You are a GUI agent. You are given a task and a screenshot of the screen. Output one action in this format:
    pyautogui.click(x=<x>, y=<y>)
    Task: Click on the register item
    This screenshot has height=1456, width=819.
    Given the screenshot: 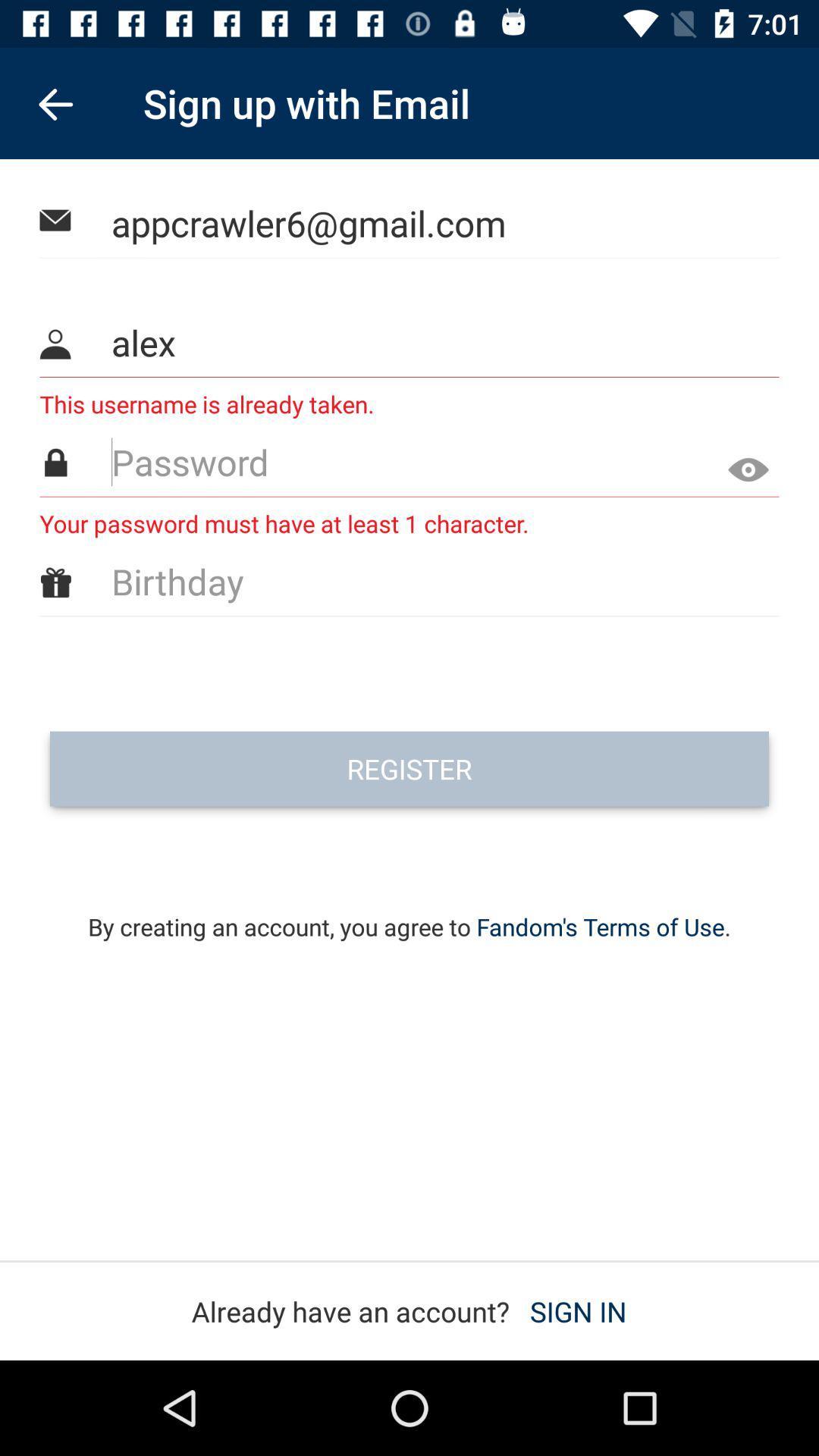 What is the action you would take?
    pyautogui.click(x=409, y=768)
    